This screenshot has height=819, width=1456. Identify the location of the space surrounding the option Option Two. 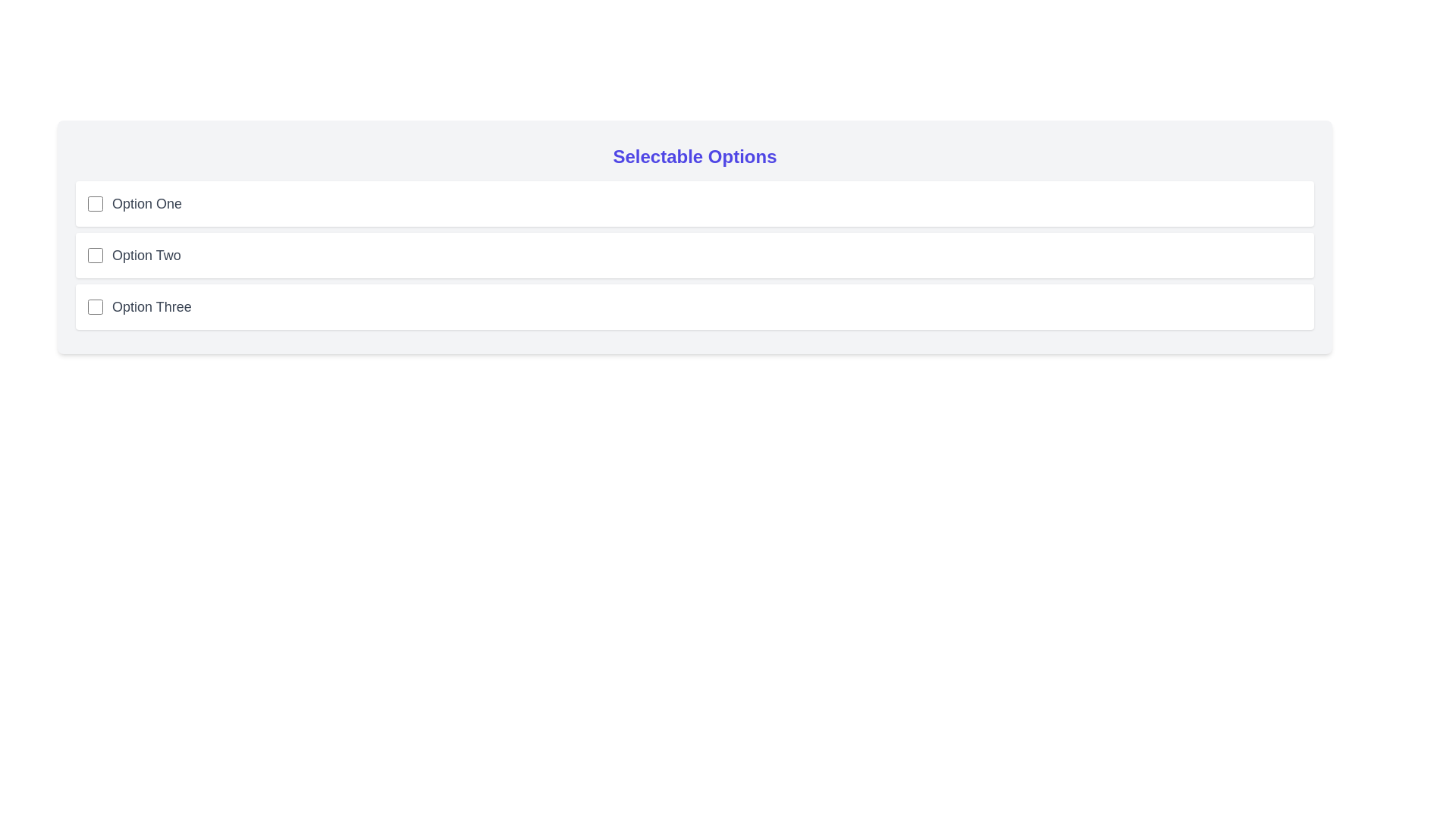
(75, 233).